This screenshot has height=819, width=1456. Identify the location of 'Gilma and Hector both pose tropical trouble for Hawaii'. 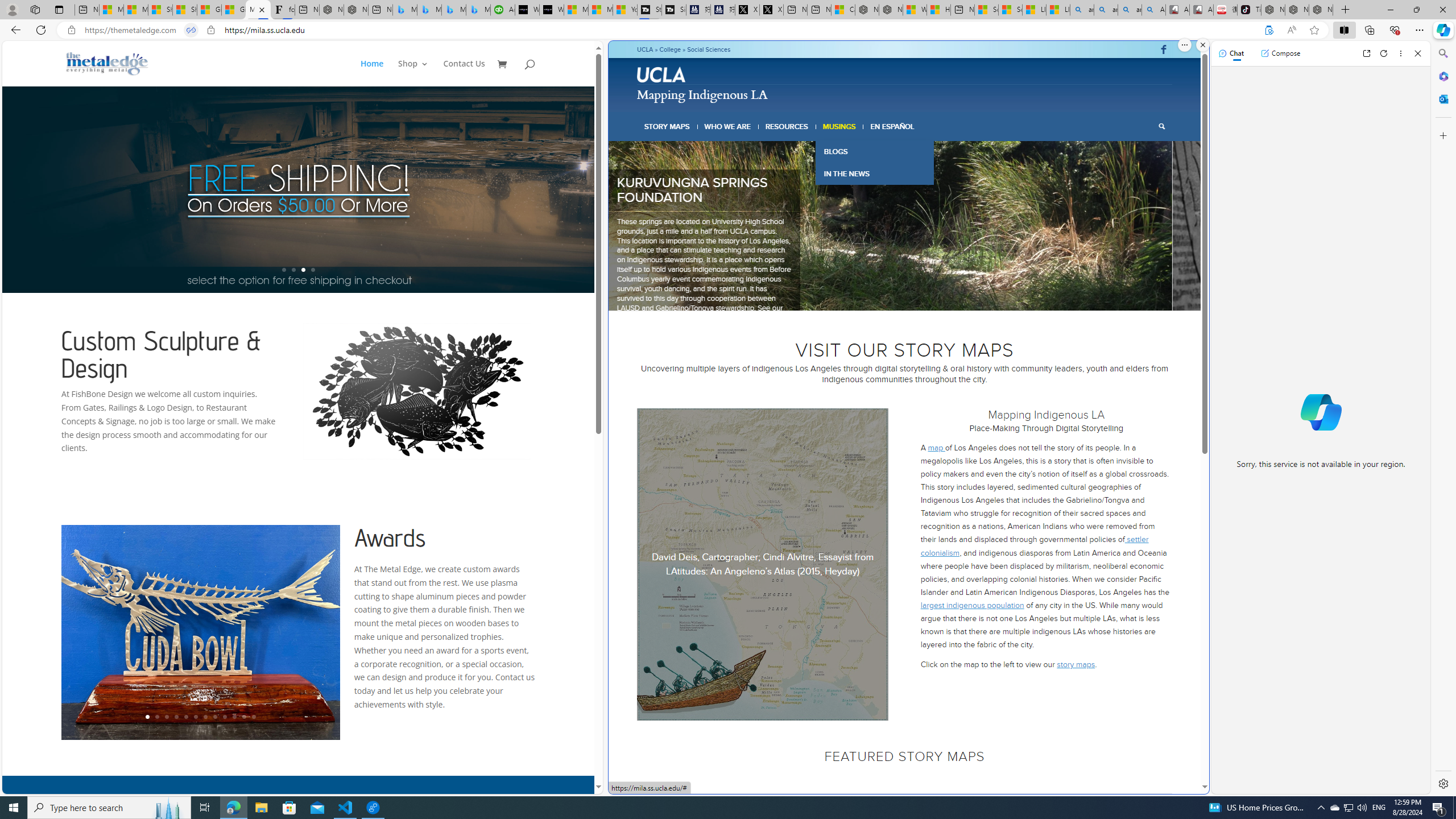
(233, 9).